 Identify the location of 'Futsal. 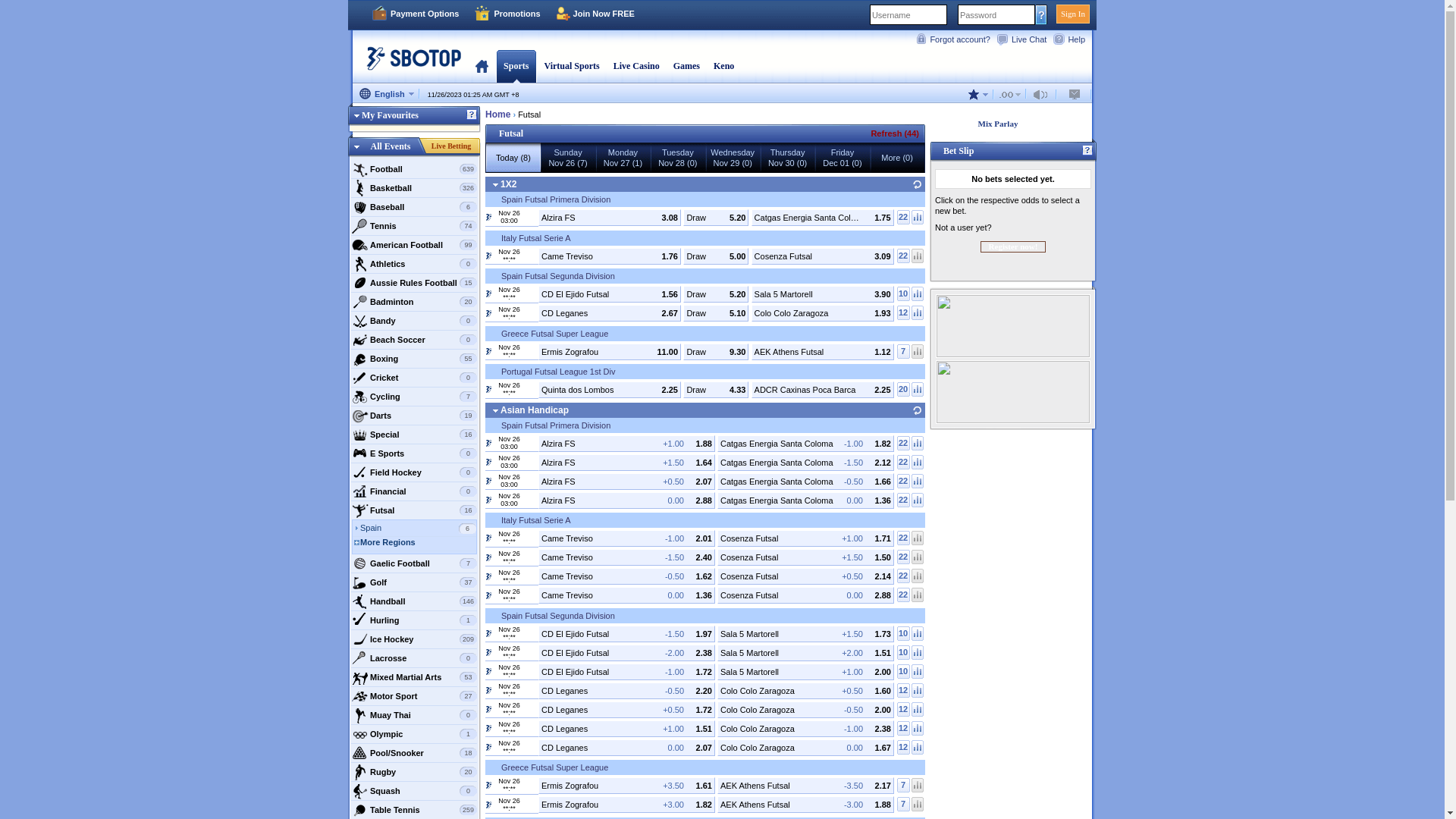
(414, 510).